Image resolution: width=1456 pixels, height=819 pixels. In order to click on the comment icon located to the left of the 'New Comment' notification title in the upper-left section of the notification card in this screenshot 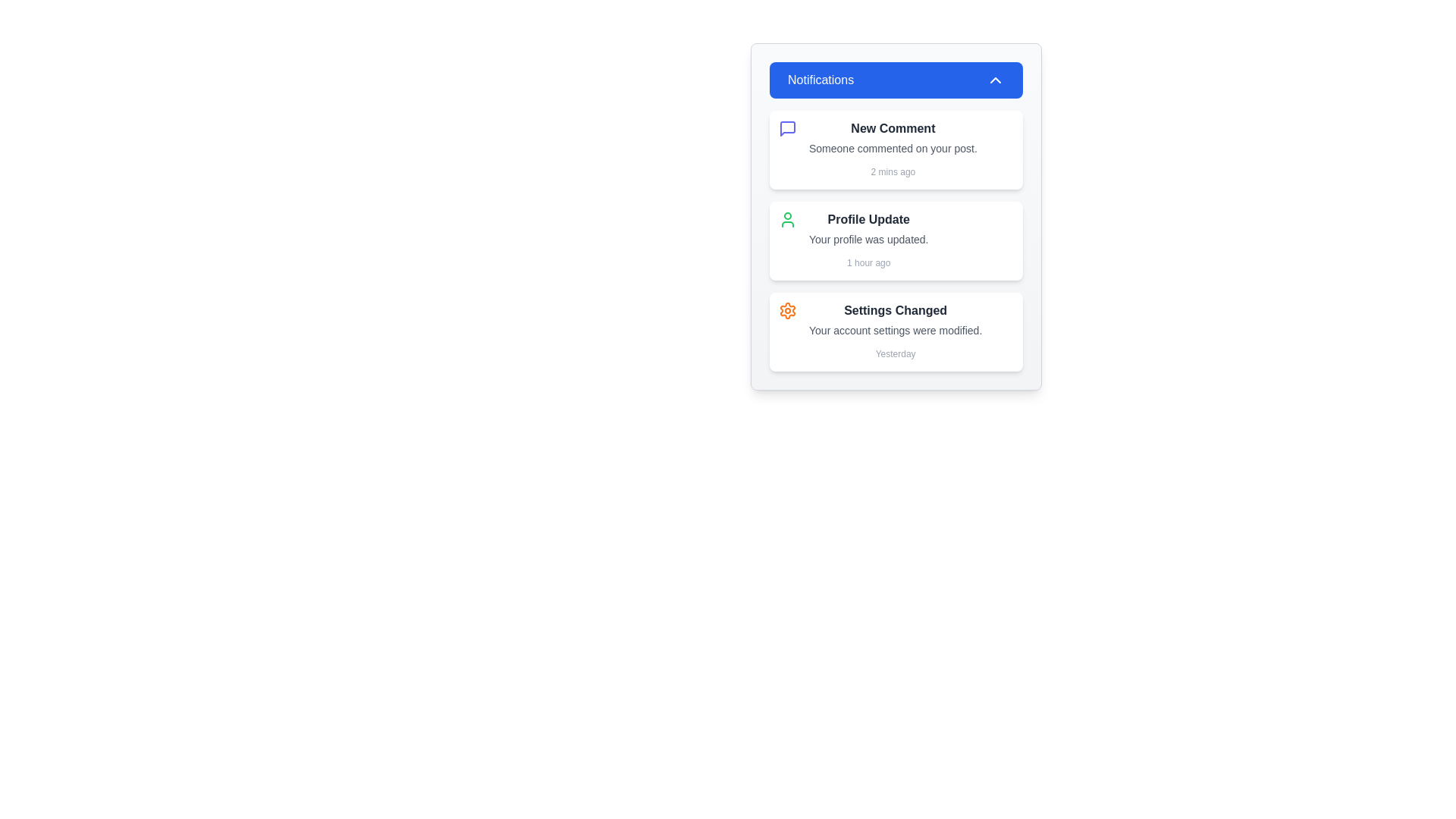, I will do `click(787, 127)`.